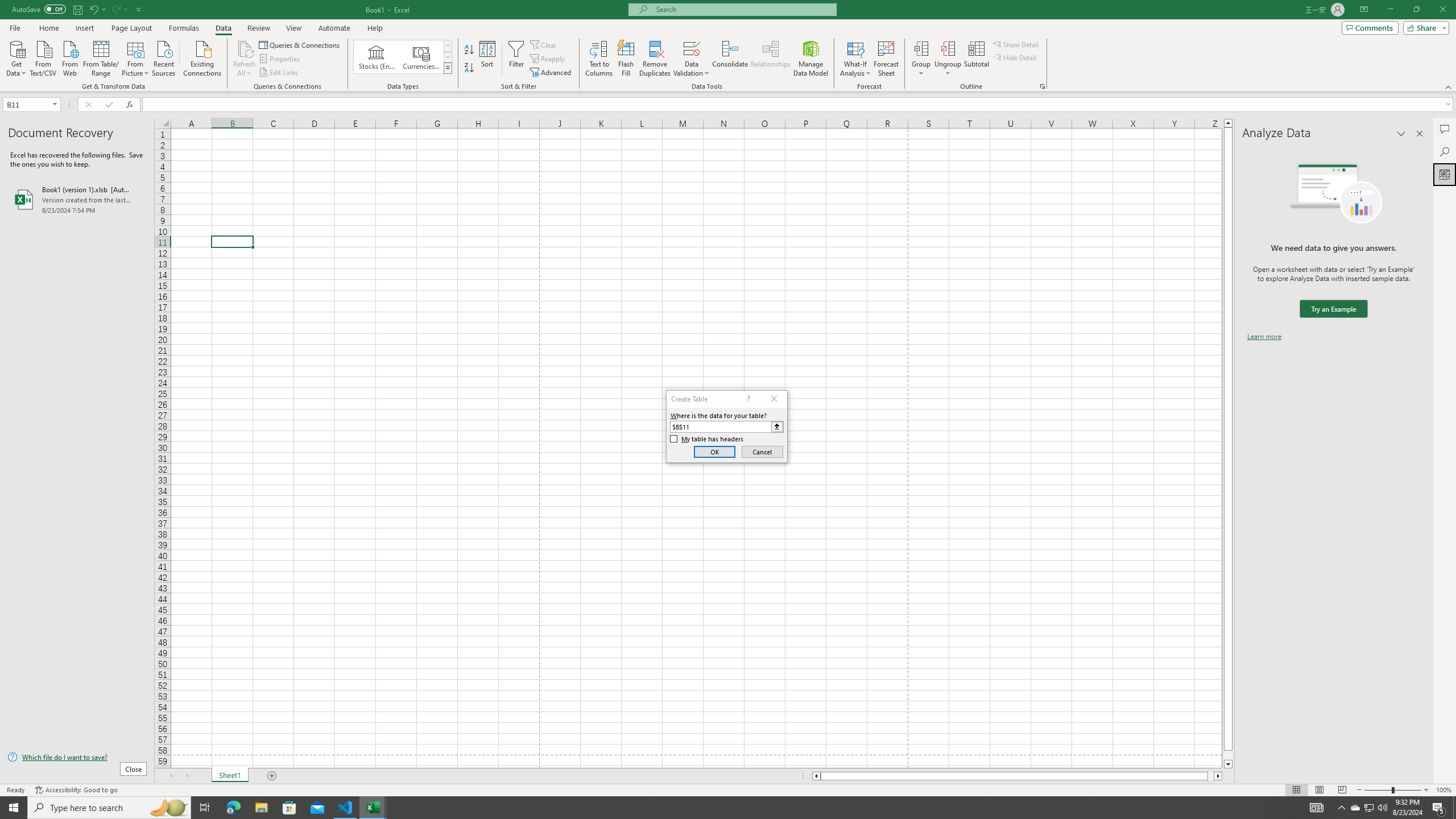 The width and height of the screenshot is (1456, 819). Describe the element at coordinates (164, 57) in the screenshot. I see `'Recent Sources'` at that location.